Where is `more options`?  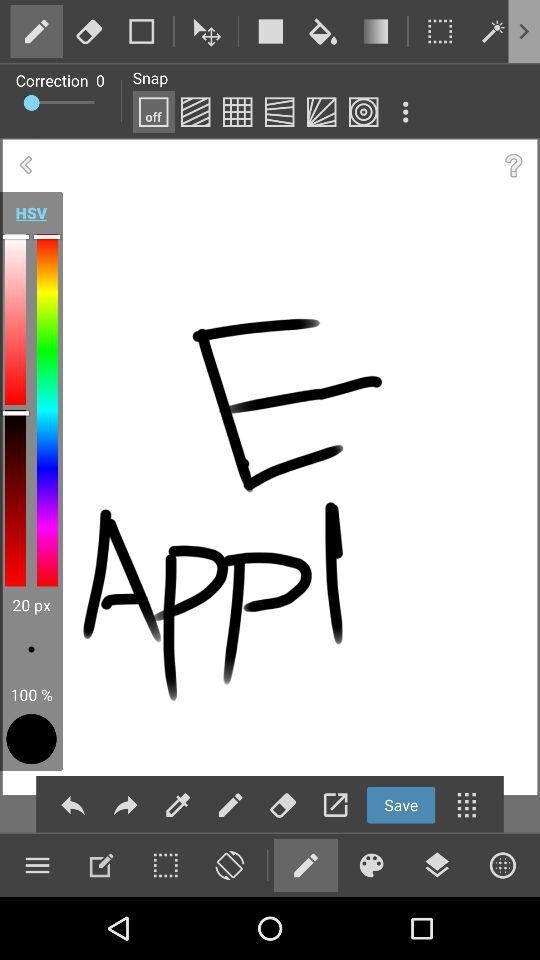 more options is located at coordinates (529, 30).